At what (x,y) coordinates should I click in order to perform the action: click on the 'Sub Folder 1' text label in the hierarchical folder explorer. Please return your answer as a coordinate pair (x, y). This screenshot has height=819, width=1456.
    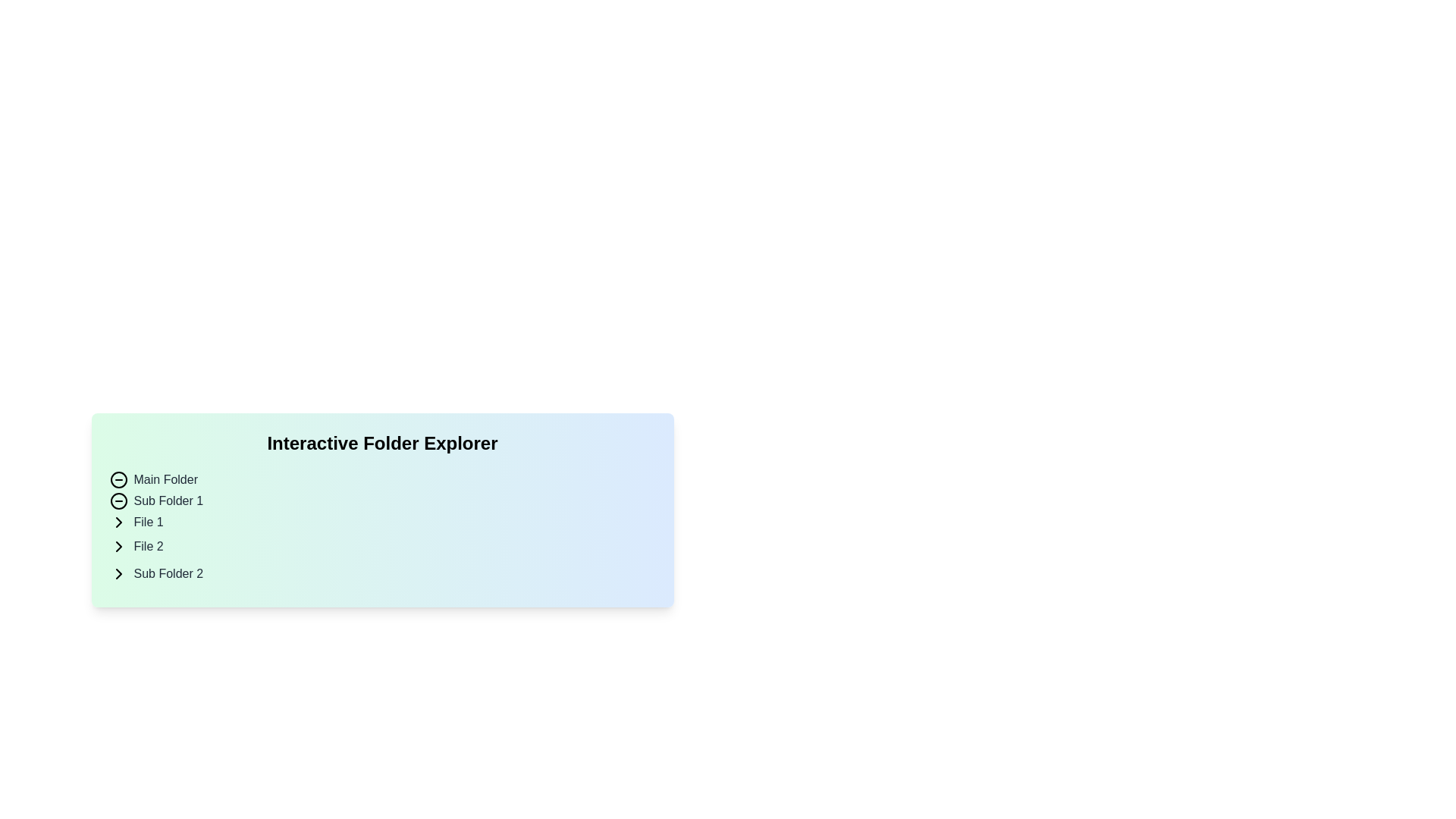
    Looking at the image, I should click on (168, 500).